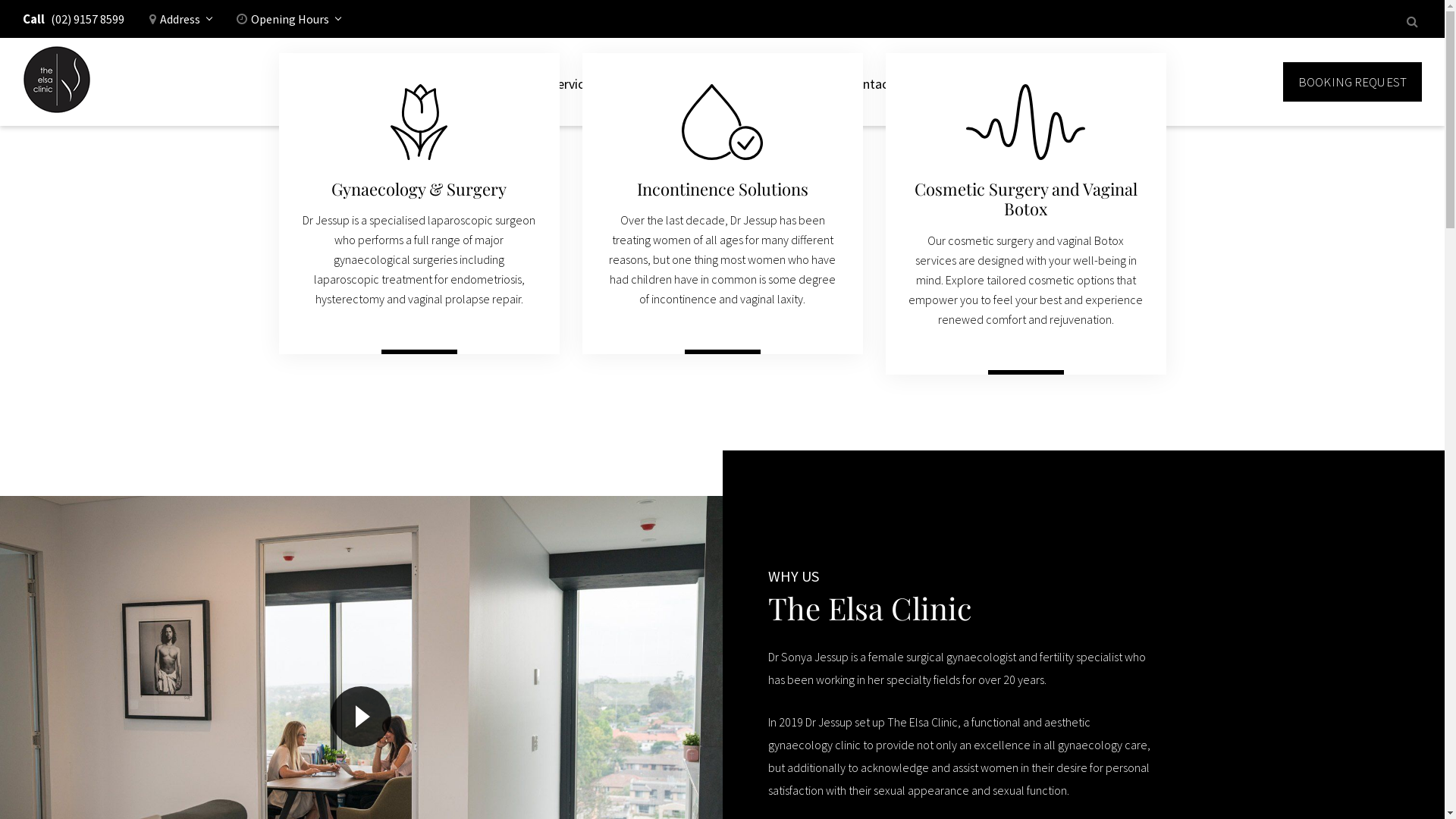 The width and height of the screenshot is (1456, 819). What do you see at coordinates (57, 82) in the screenshot?
I see `'Parramatta Dental Avenue'` at bounding box center [57, 82].